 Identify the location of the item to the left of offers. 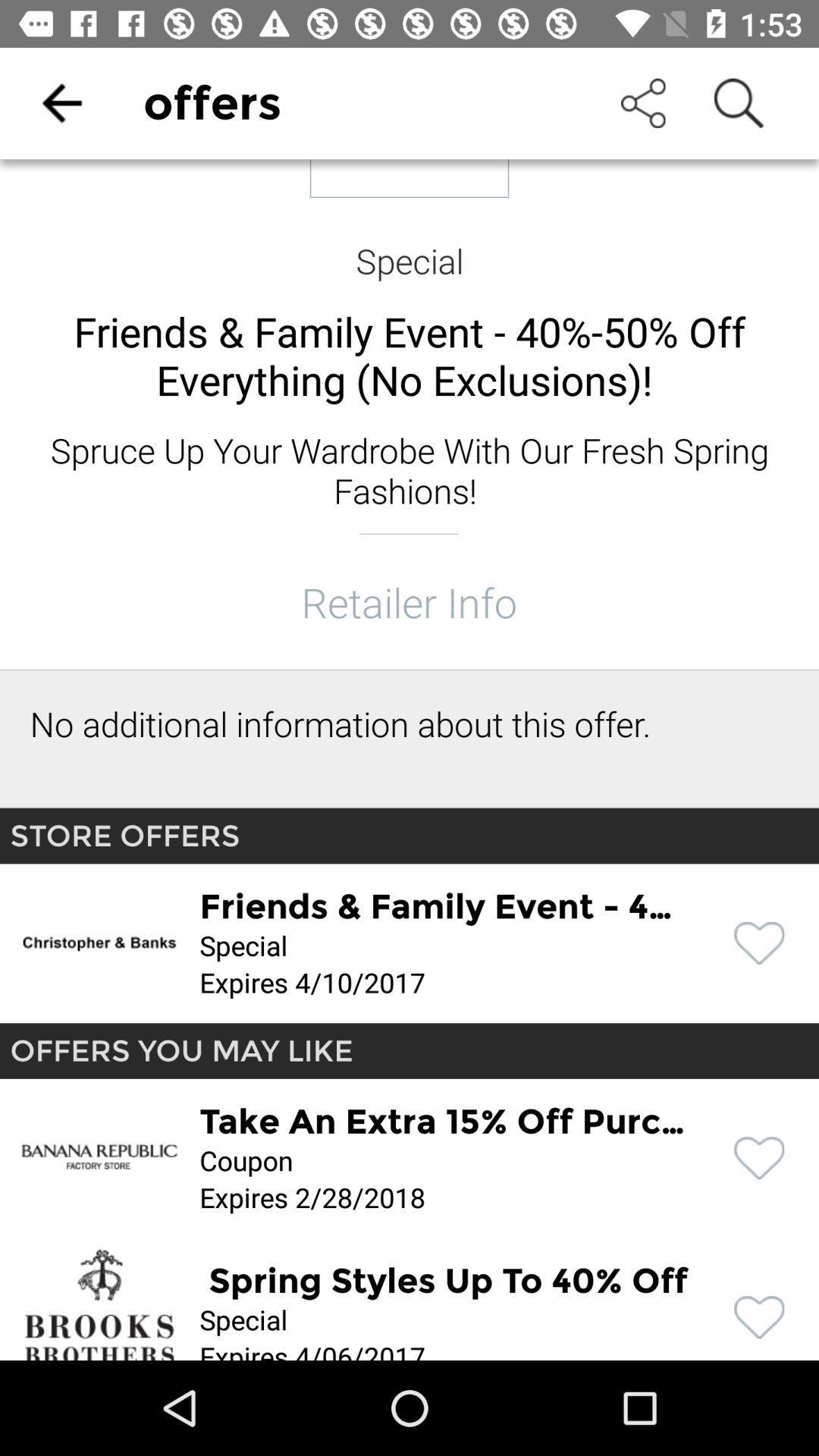
(61, 102).